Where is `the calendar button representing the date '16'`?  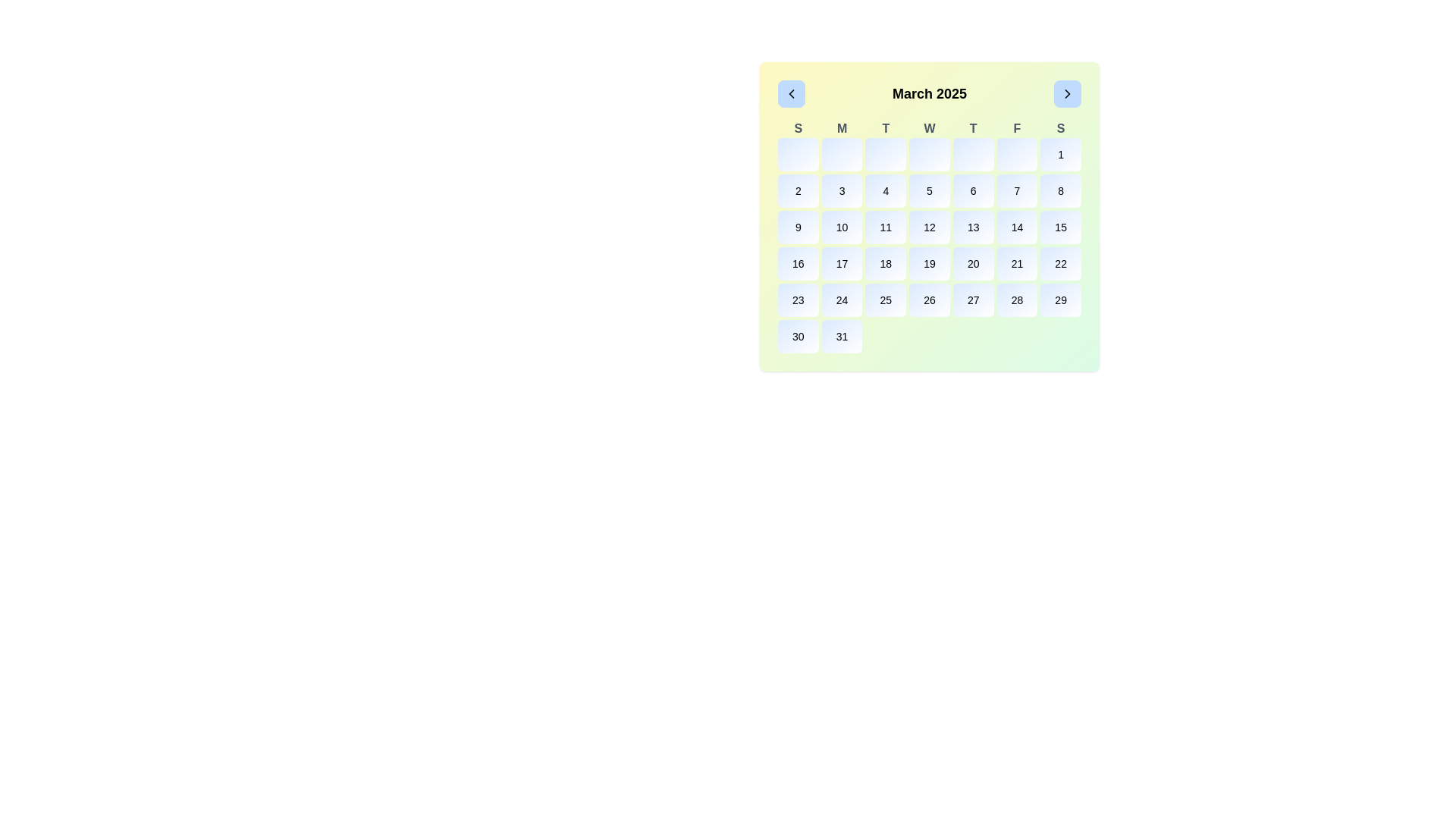 the calendar button representing the date '16' is located at coordinates (797, 262).